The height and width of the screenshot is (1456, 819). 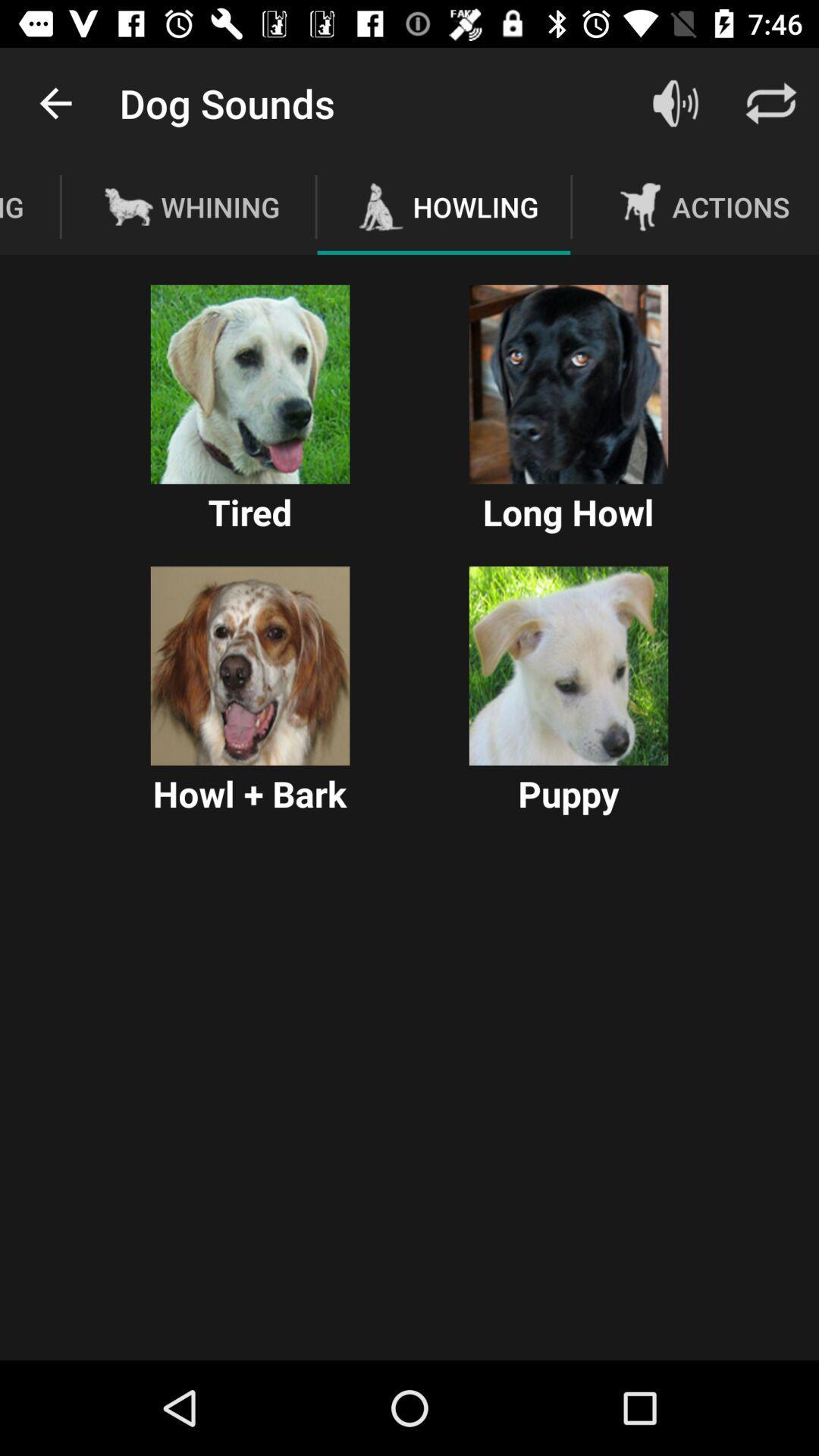 What do you see at coordinates (675, 102) in the screenshot?
I see `sounds` at bounding box center [675, 102].